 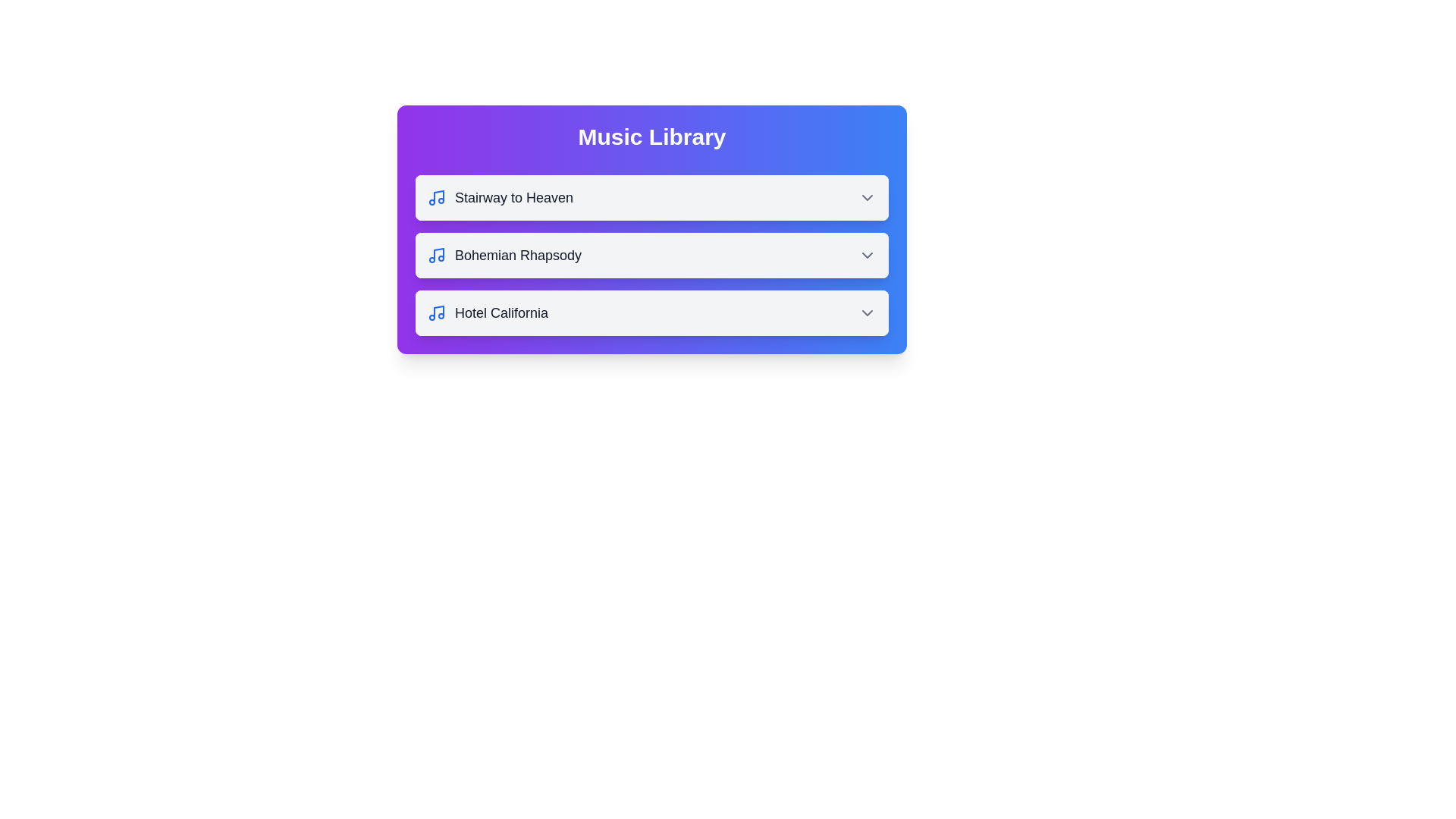 I want to click on the label reading 'Bohemian Rhapsody' which is styled with a bold font and accompanied by a blue musical icon, located in the 'Music Library' section as the second item in a vertical list, so click(x=504, y=254).